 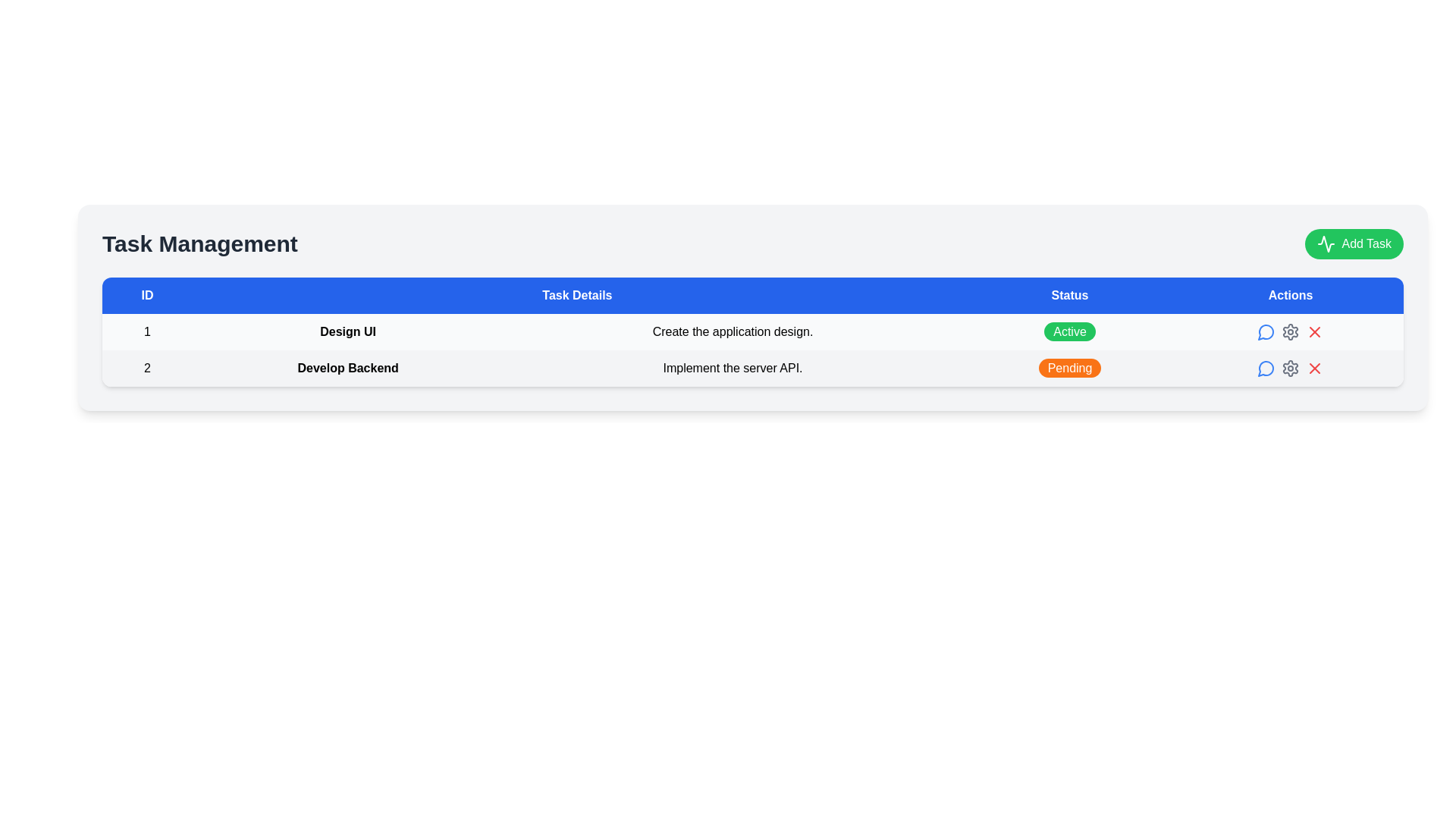 What do you see at coordinates (147, 295) in the screenshot?
I see `the Table Header Cell with a blue background and white text displaying 'ID', located in the top-left corner of the table's header row` at bounding box center [147, 295].